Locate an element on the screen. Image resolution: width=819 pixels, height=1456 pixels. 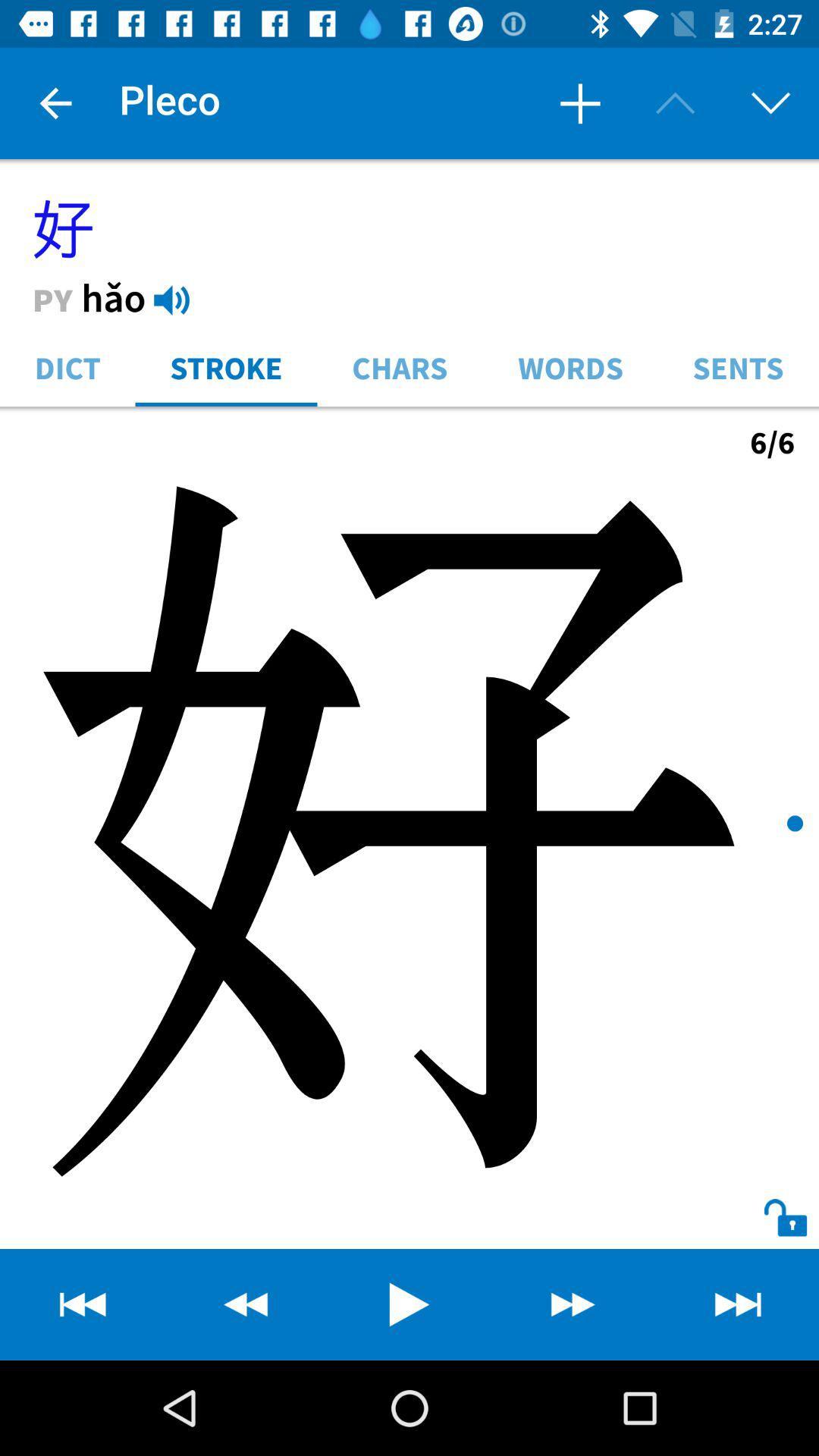
the lock icon is located at coordinates (771, 1203).